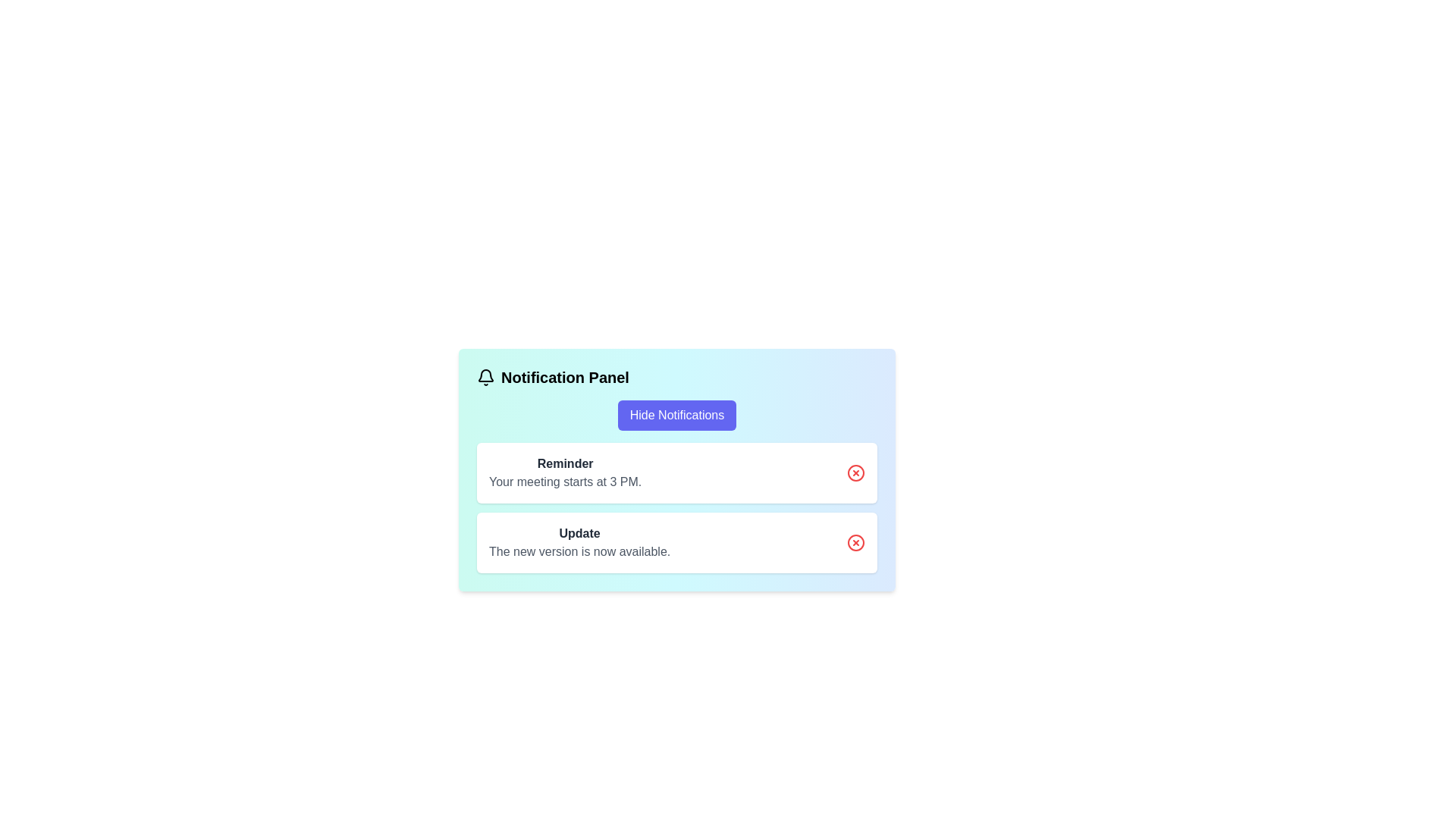 The height and width of the screenshot is (819, 1456). What do you see at coordinates (676, 415) in the screenshot?
I see `the button in the Notification Panel that allows users to hide notifications, to visualize its hover effects` at bounding box center [676, 415].